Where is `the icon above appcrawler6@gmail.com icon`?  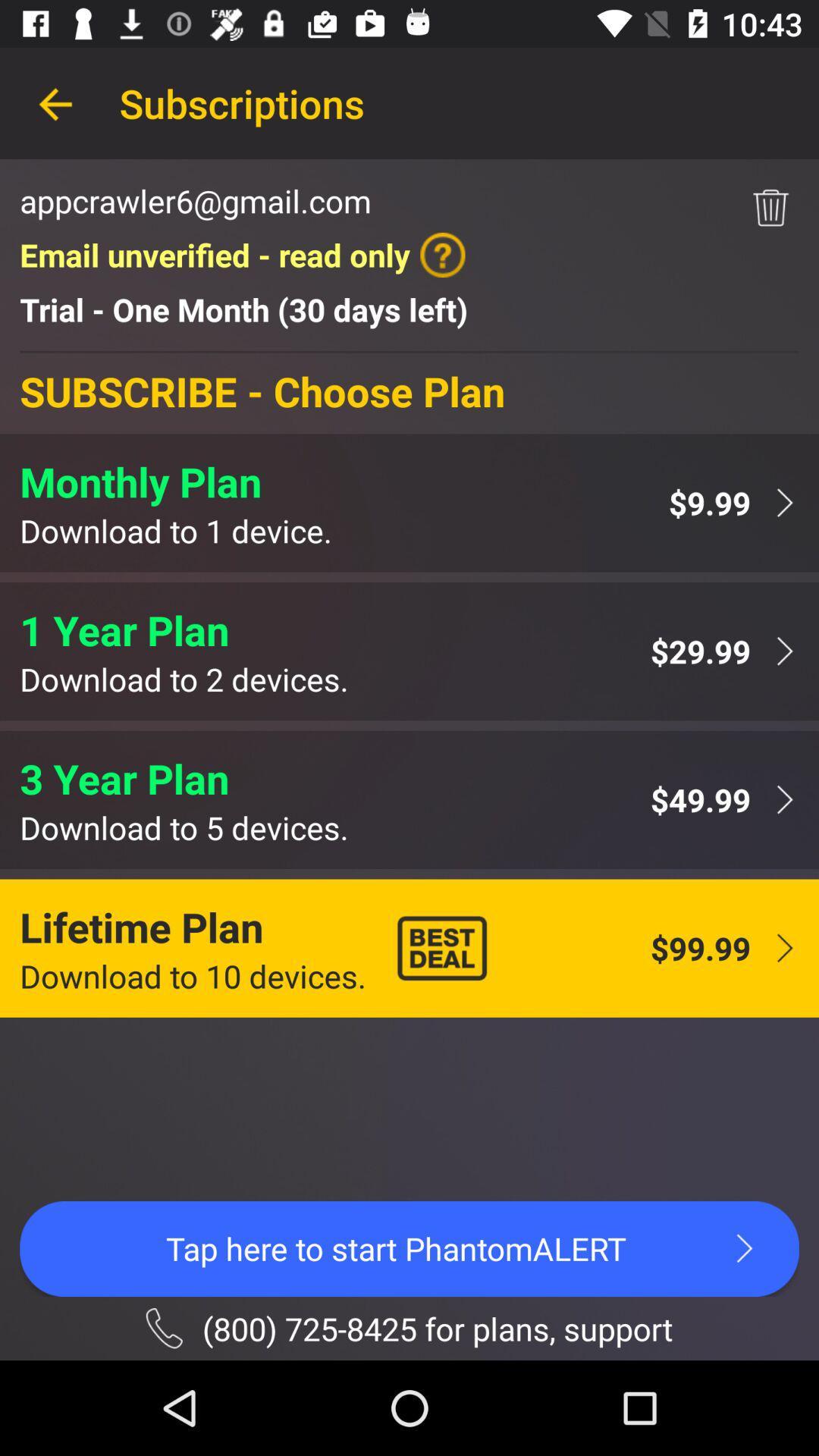
the icon above appcrawler6@gmail.com icon is located at coordinates (55, 102).